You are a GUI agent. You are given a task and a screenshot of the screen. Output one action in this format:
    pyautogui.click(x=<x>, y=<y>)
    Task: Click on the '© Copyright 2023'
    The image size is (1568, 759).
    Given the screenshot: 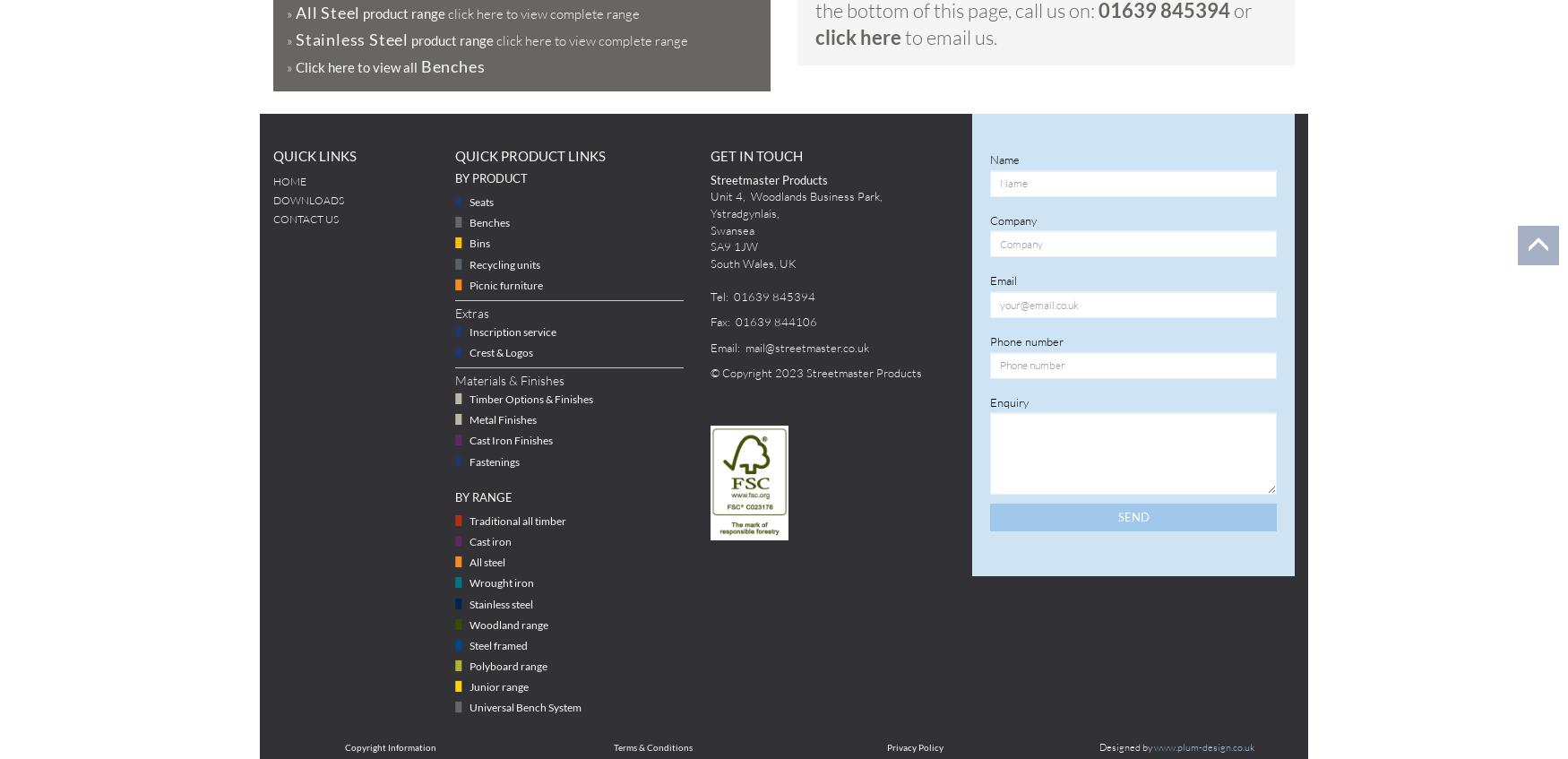 What is the action you would take?
    pyautogui.click(x=757, y=371)
    